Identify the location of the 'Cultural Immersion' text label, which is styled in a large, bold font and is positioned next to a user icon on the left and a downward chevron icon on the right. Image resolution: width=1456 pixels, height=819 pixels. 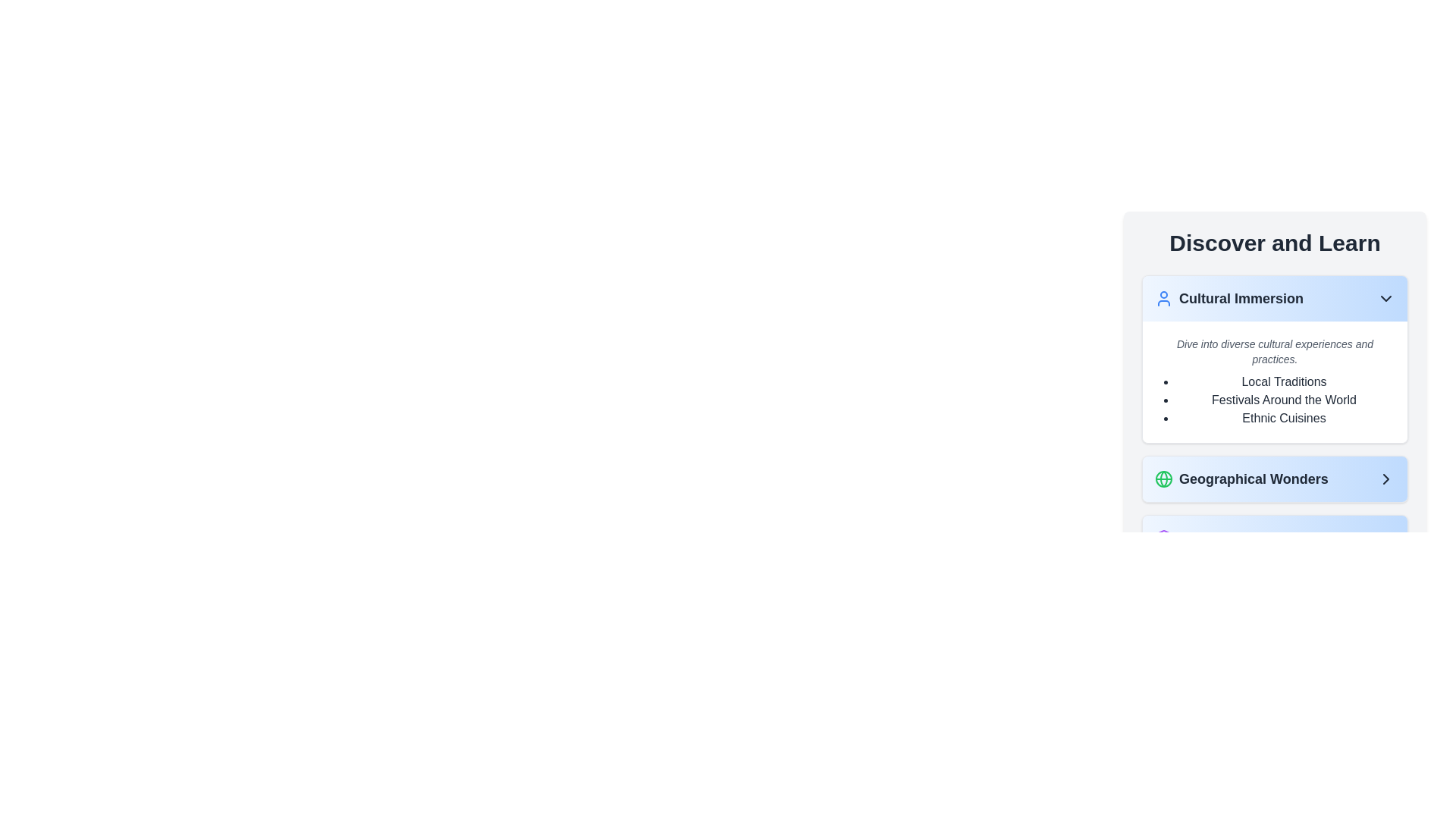
(1229, 298).